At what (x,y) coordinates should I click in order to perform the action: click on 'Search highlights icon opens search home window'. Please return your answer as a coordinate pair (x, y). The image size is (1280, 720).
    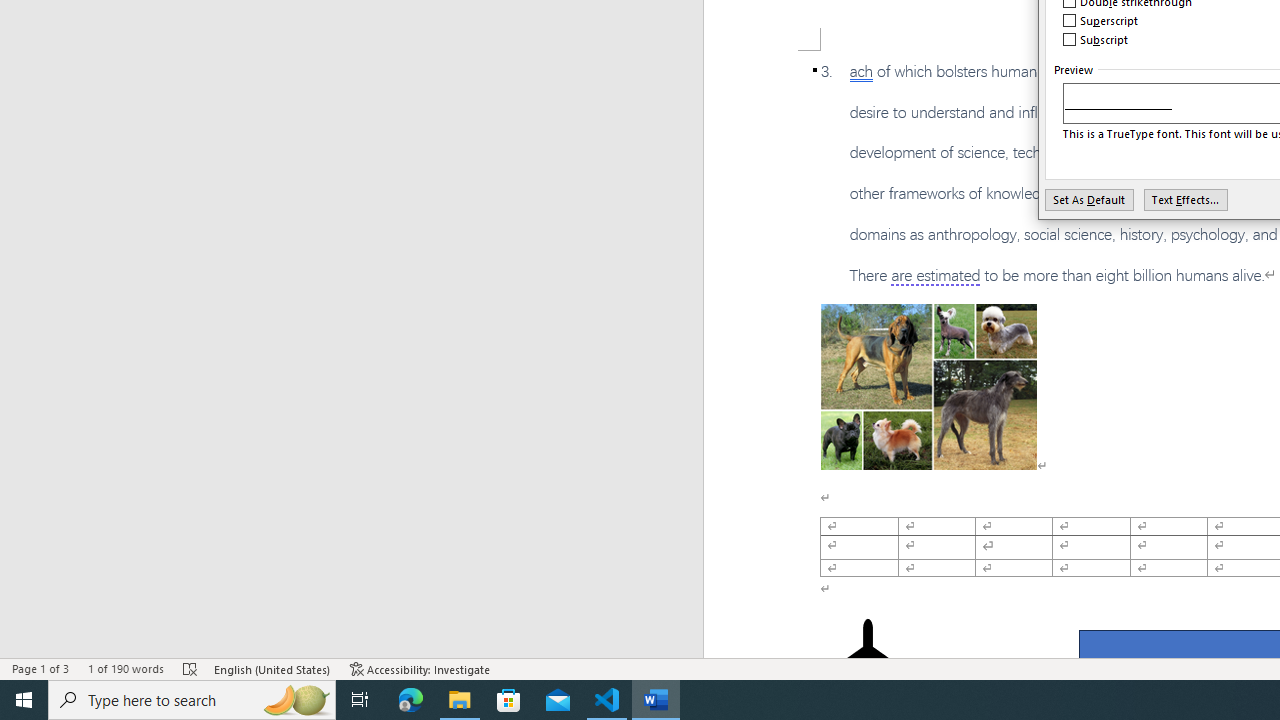
    Looking at the image, I should click on (294, 698).